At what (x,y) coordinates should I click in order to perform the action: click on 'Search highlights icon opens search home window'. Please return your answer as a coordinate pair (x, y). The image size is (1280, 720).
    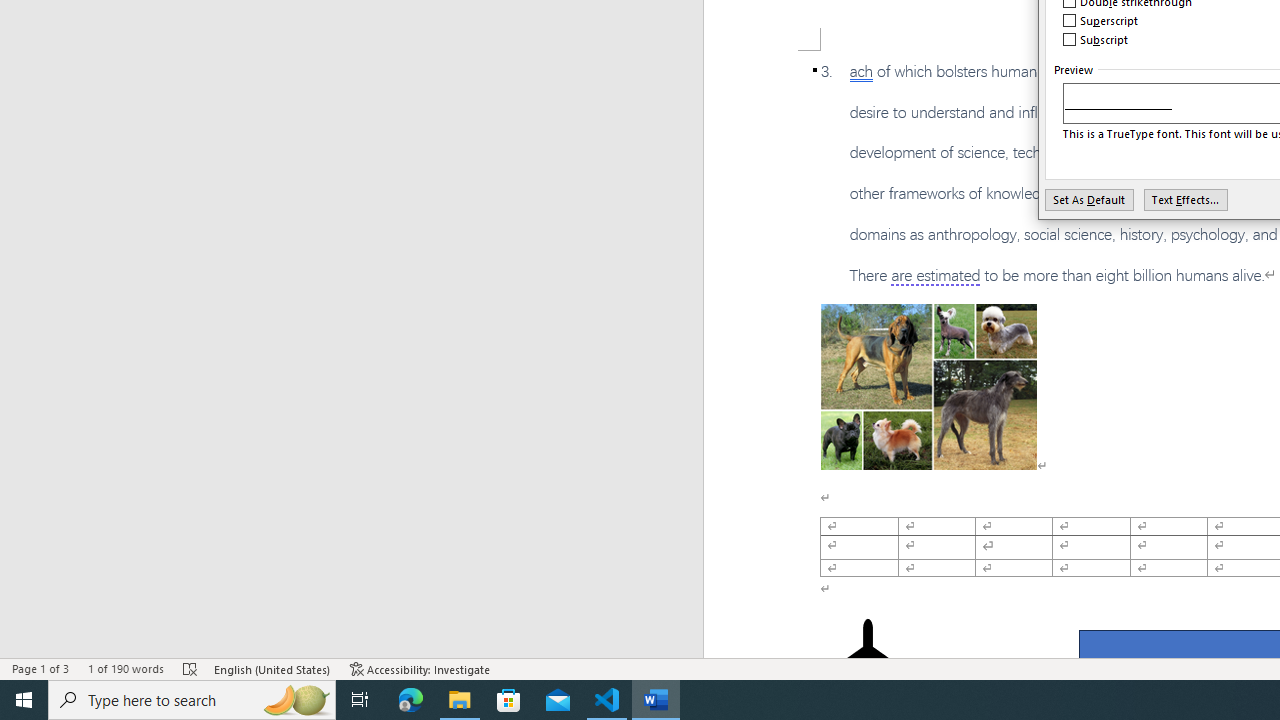
    Looking at the image, I should click on (294, 698).